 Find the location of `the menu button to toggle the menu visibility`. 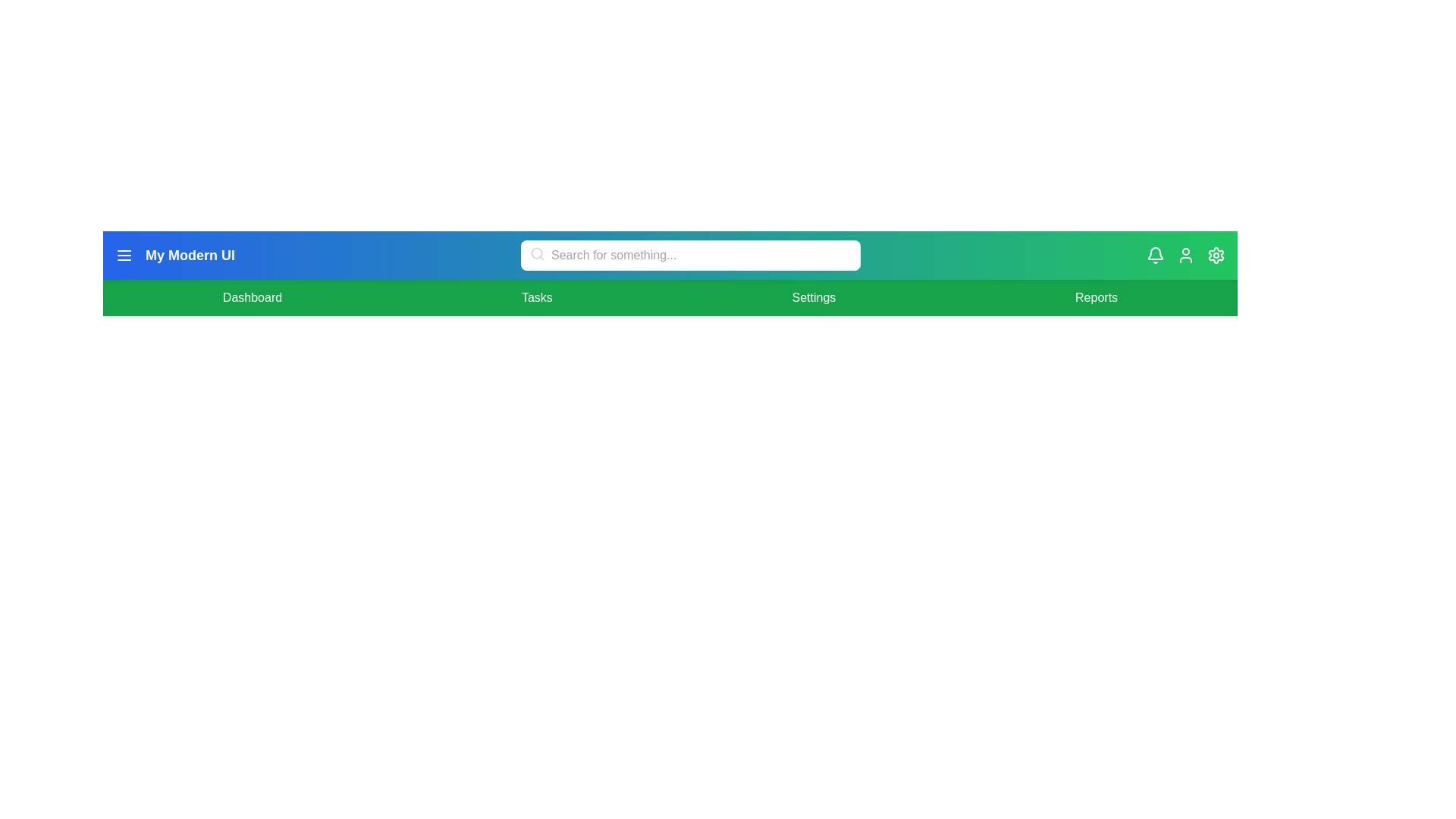

the menu button to toggle the menu visibility is located at coordinates (124, 254).